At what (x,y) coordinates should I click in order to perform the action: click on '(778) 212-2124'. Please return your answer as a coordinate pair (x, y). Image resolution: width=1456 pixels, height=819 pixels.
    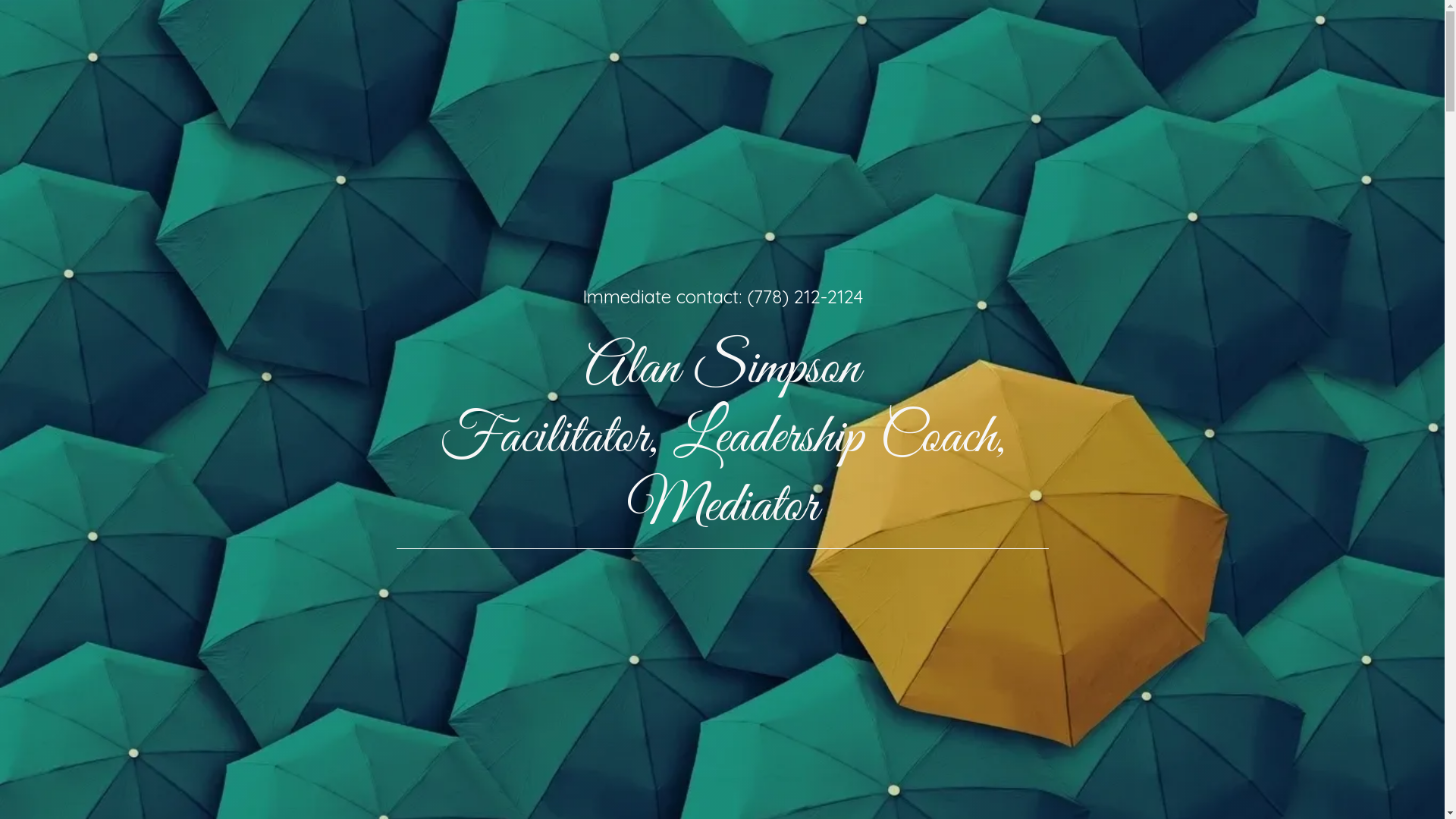
    Looking at the image, I should click on (745, 296).